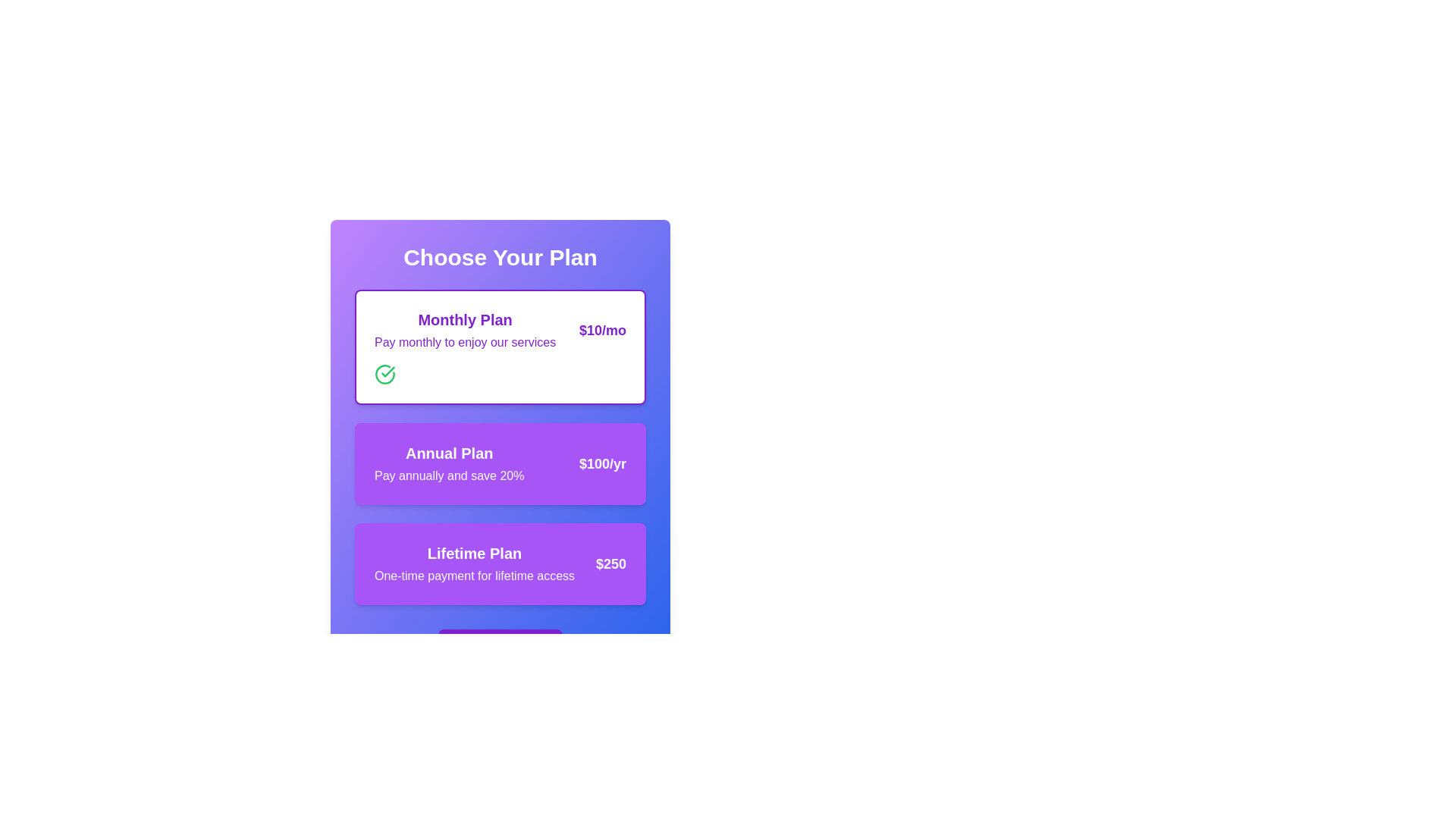  I want to click on the 'Lifetime Plan' text label, which serves as a title indicating the pricing option within the last card of a three-option list, so click(474, 553).